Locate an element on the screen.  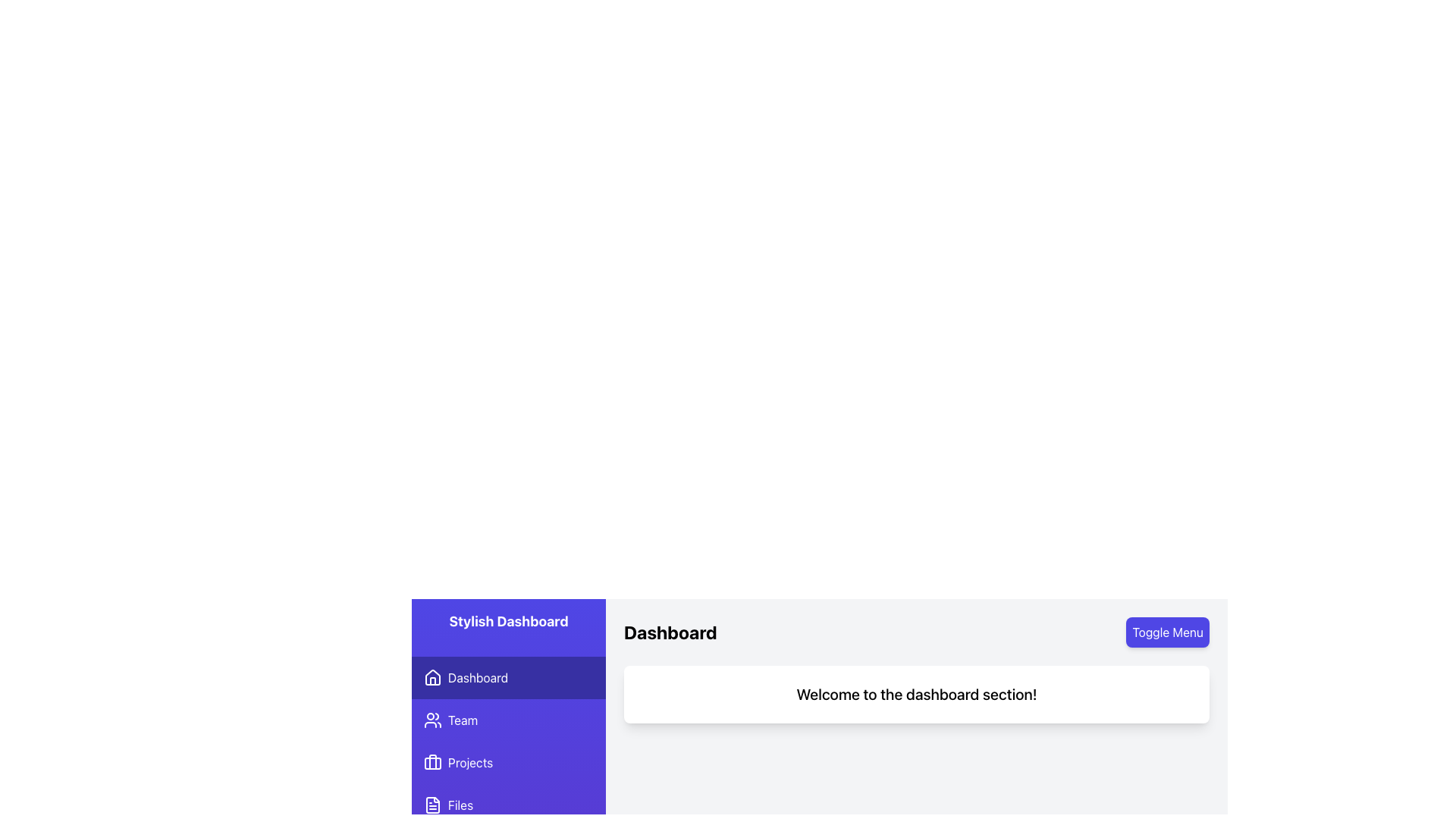
the 'Stylish Dashboard' text label, which is a bold white label on a purple background located at the top of the vertical side navigation panel is located at coordinates (509, 622).